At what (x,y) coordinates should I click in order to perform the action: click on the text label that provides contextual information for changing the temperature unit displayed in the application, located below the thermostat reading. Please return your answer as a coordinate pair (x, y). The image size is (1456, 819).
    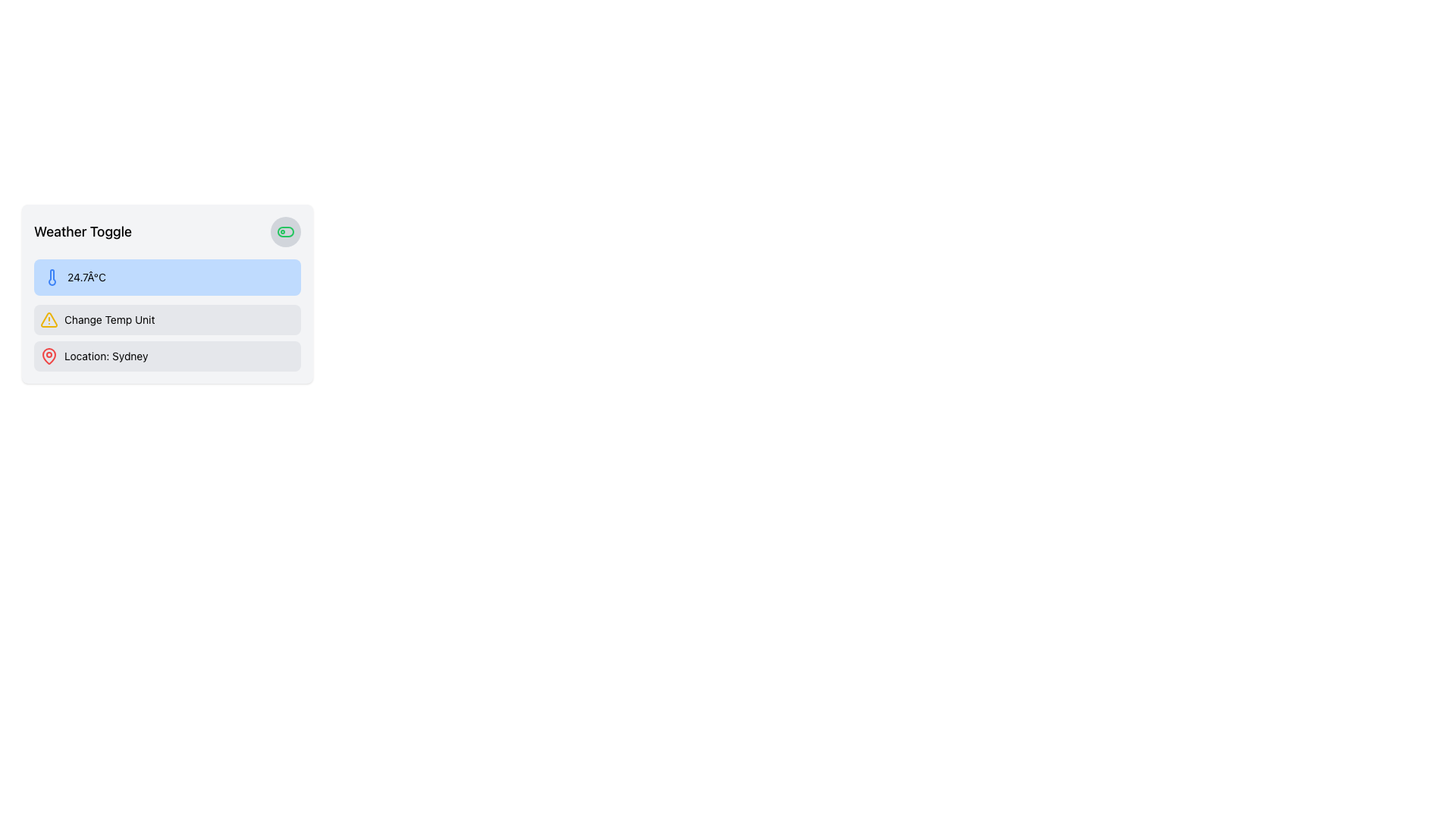
    Looking at the image, I should click on (108, 318).